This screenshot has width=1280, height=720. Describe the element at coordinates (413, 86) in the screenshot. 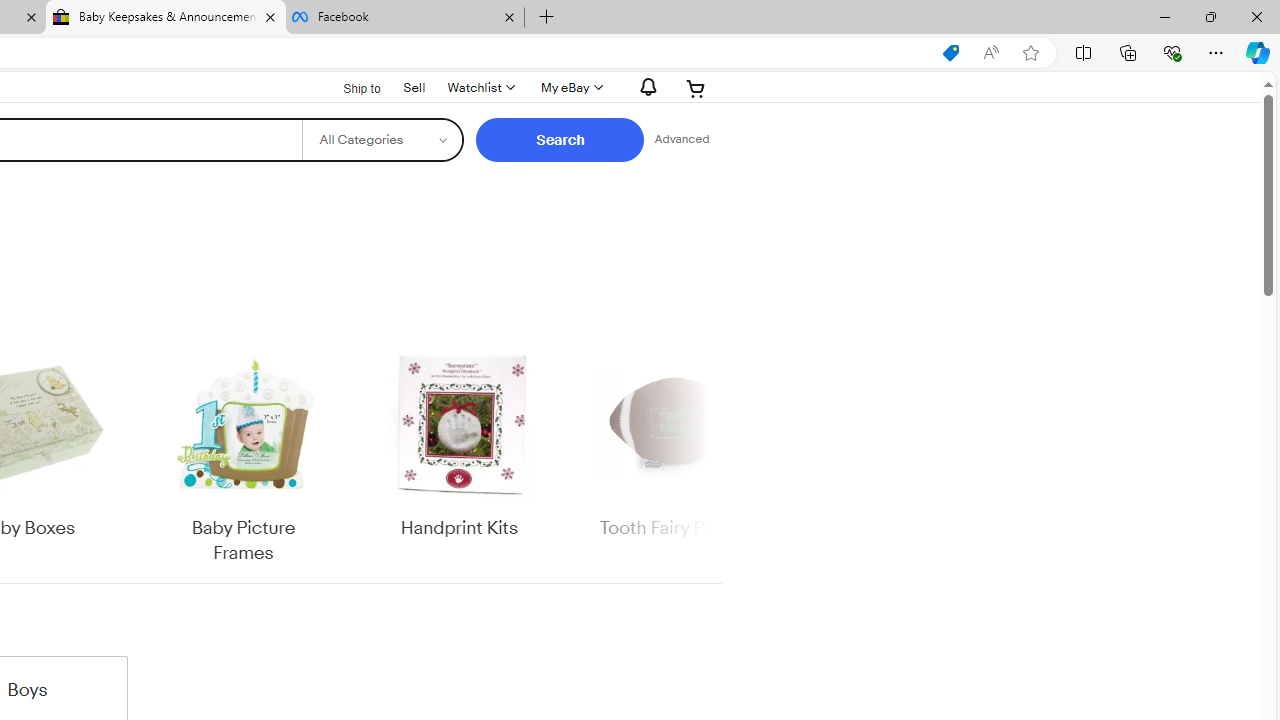

I see `'Sell'` at that location.